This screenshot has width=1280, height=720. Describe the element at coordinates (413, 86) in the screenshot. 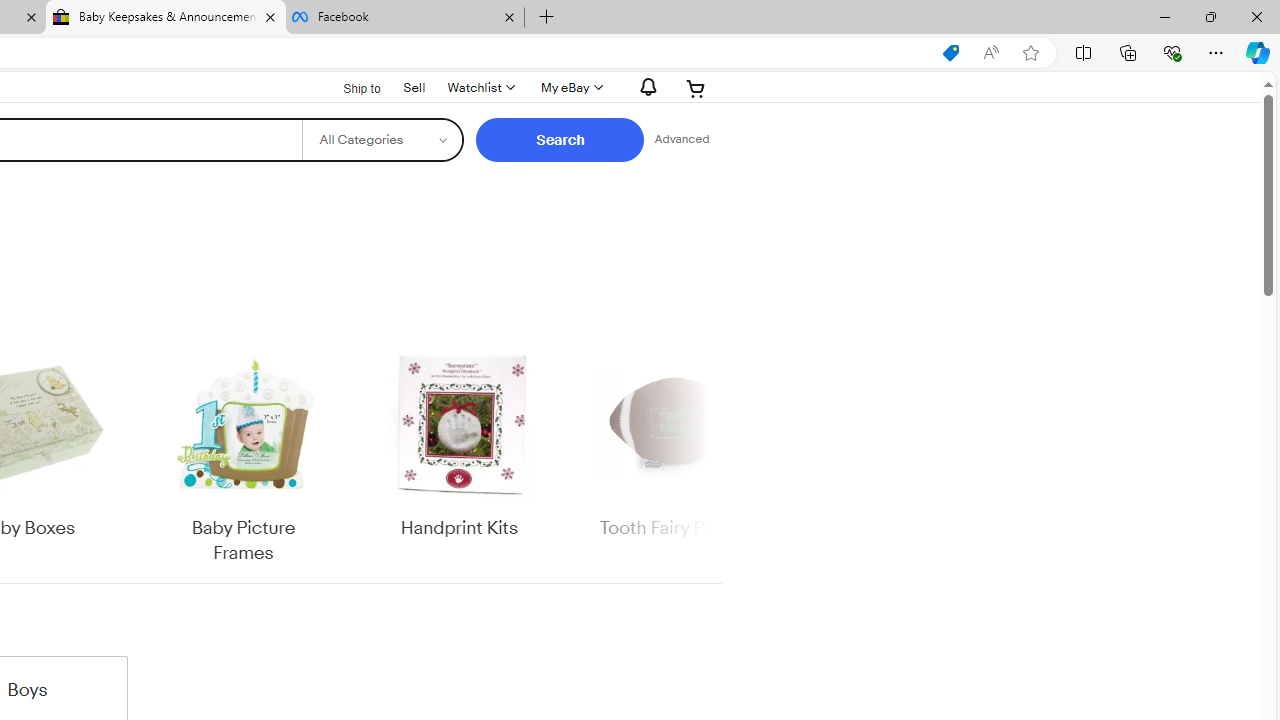

I see `'Sell'` at that location.